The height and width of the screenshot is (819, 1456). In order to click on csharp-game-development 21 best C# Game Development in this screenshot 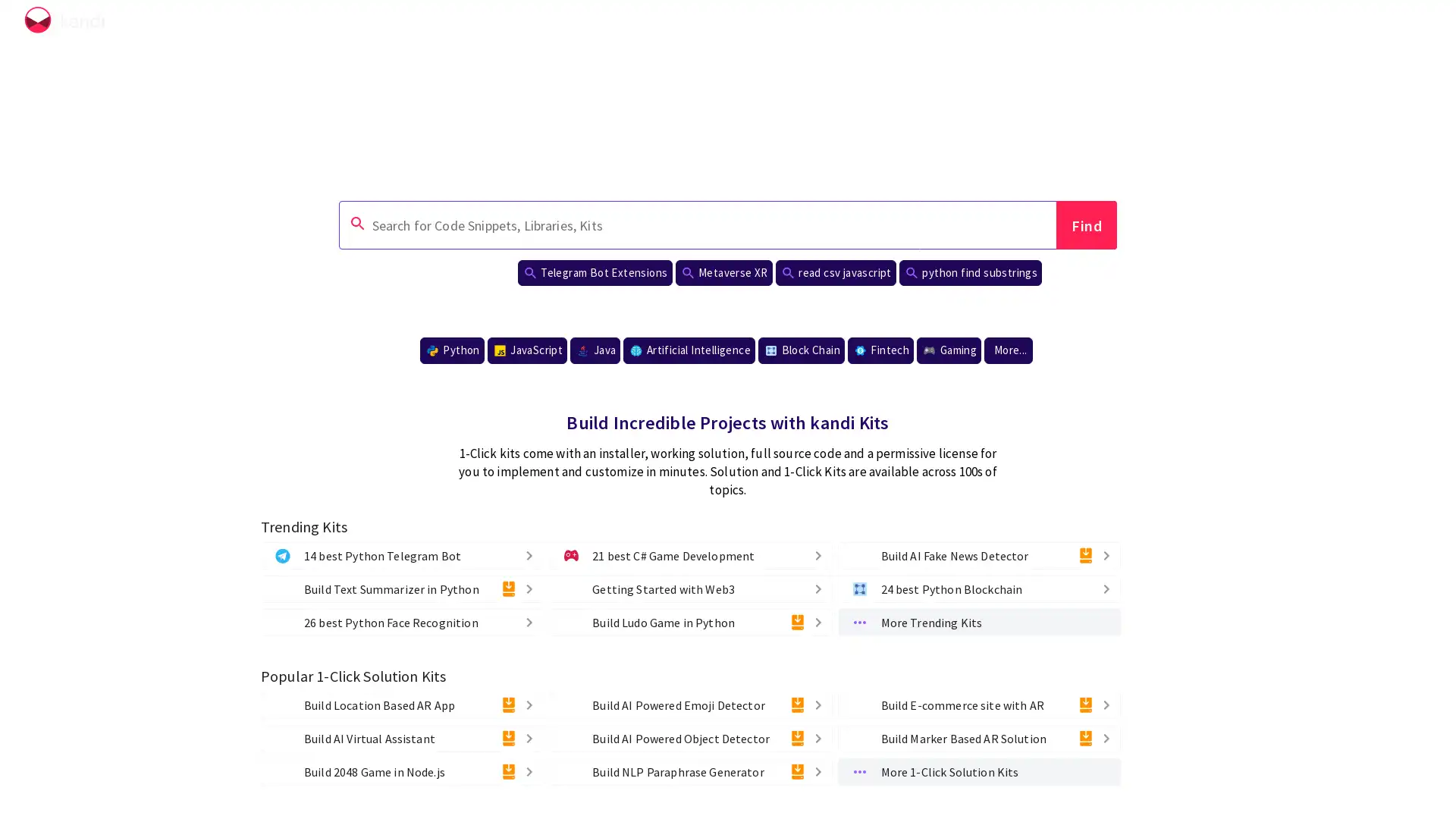, I will do `click(689, 555)`.